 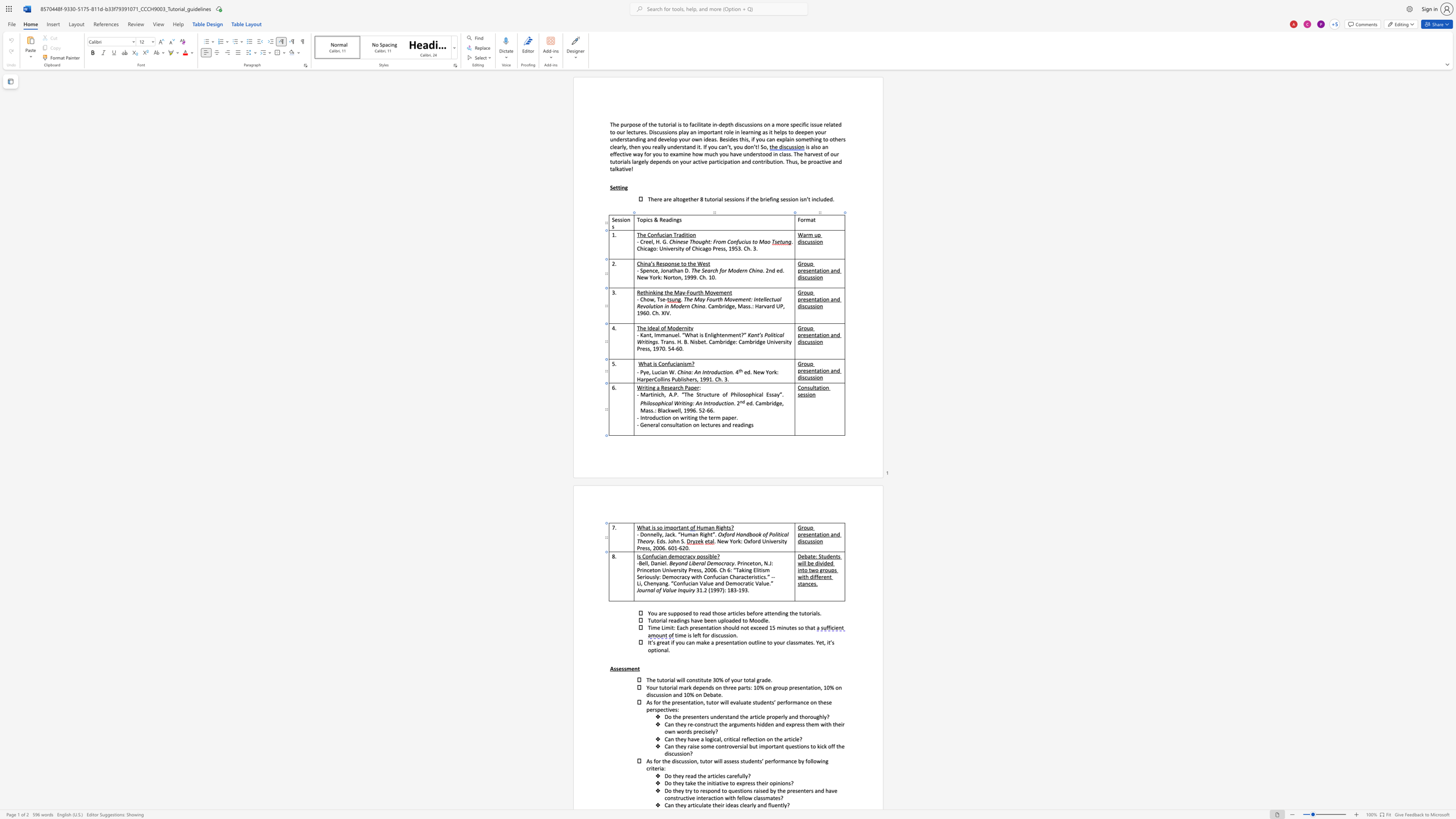 I want to click on the space between the continuous character "c" and "u" in the text, so click(x=807, y=540).